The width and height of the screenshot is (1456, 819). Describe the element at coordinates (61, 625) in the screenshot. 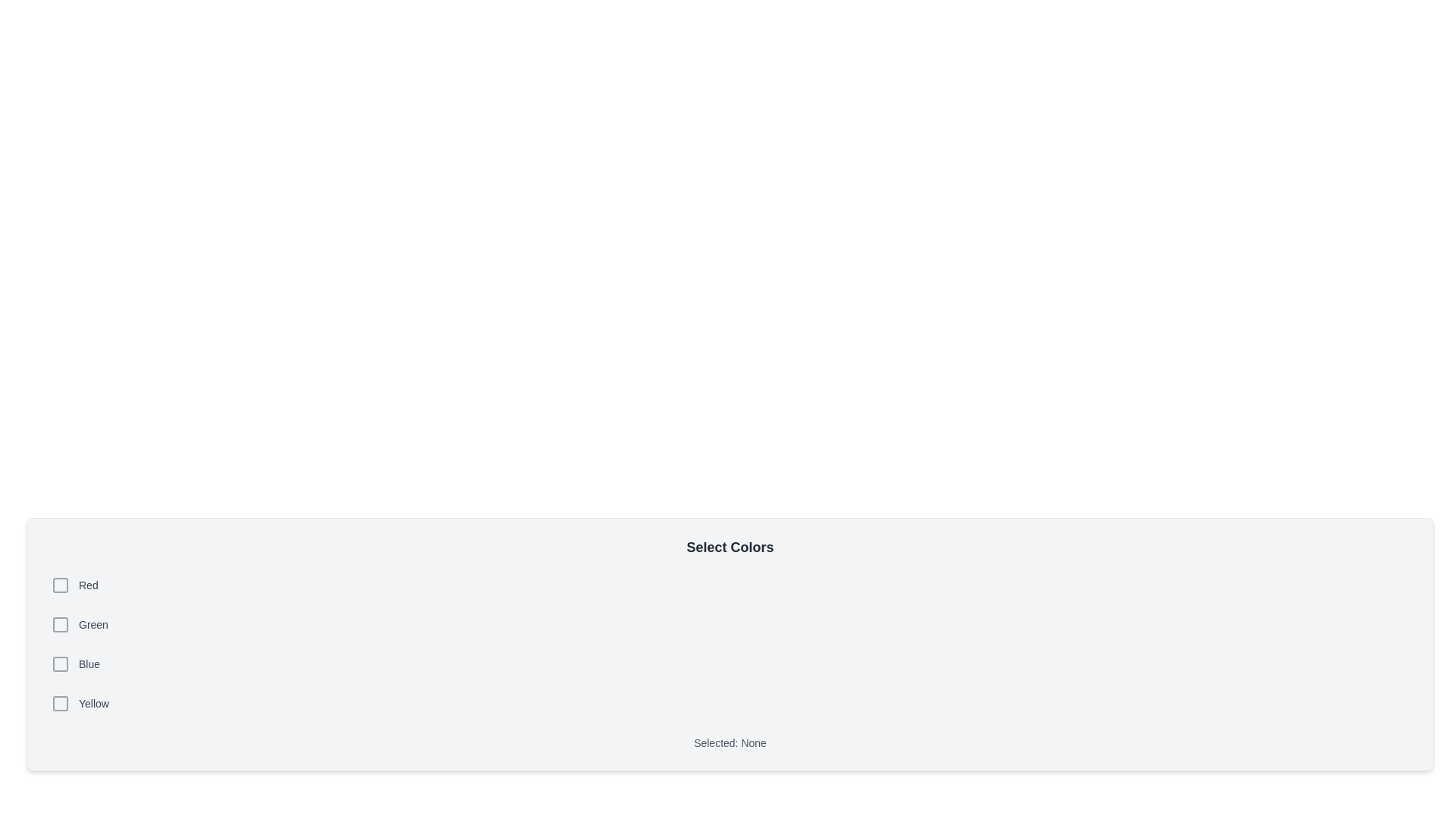

I see `the second checkbox indicator located beside the label 'Green'` at that location.